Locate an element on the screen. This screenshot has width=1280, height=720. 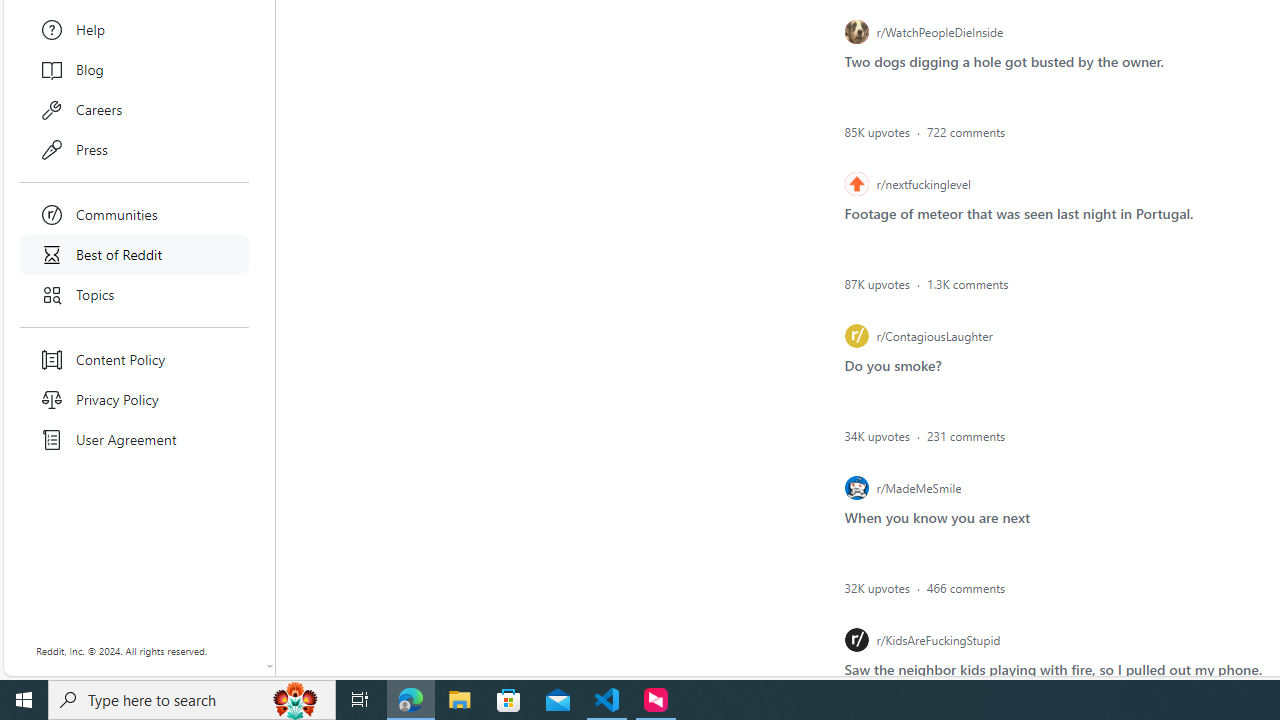
'Privacy Policy' is located at coordinates (134, 399).